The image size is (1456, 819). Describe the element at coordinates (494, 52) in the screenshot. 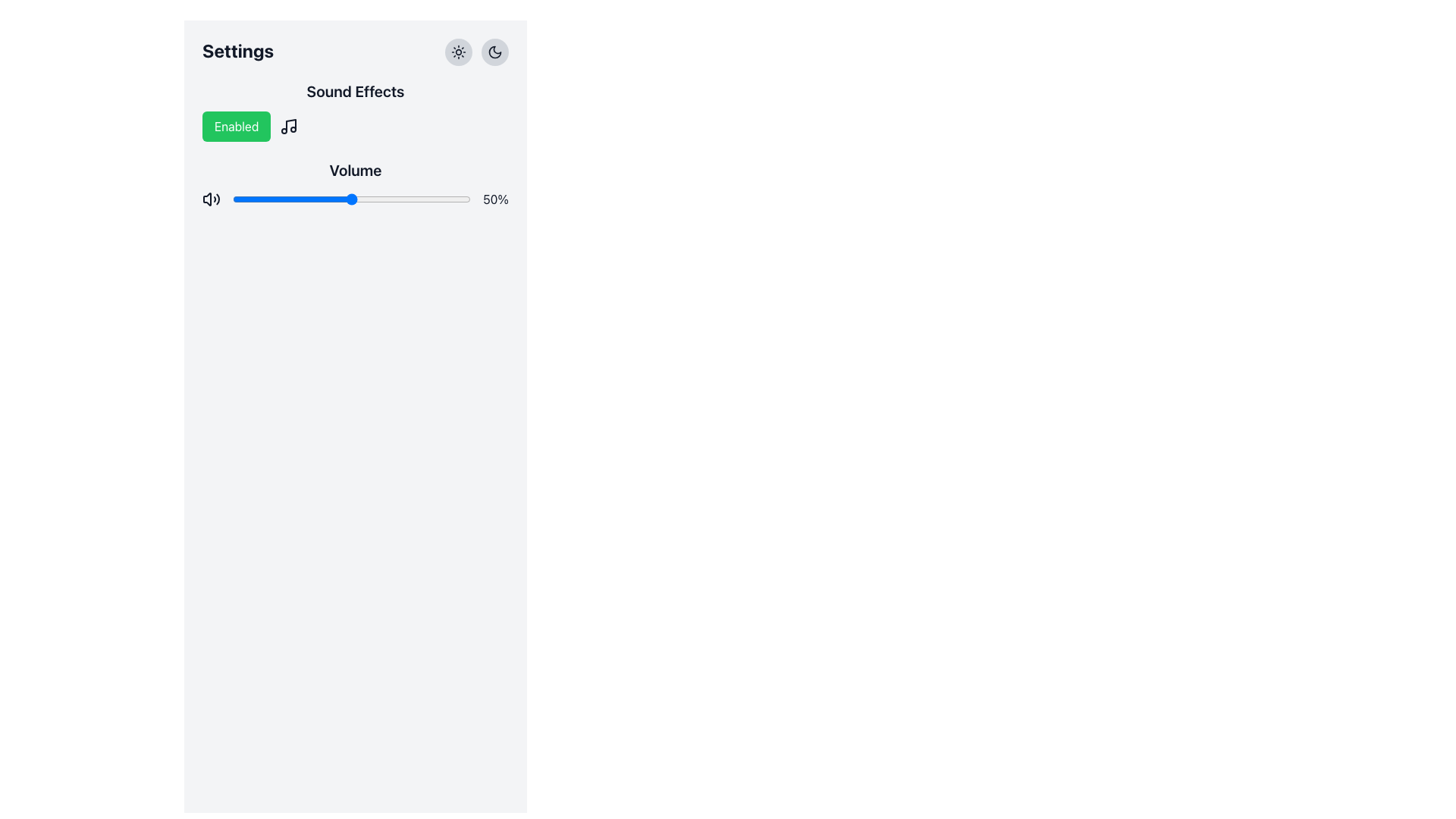

I see `the circular button with a light gray background and a crescent moon icon in the top-right corner` at that location.